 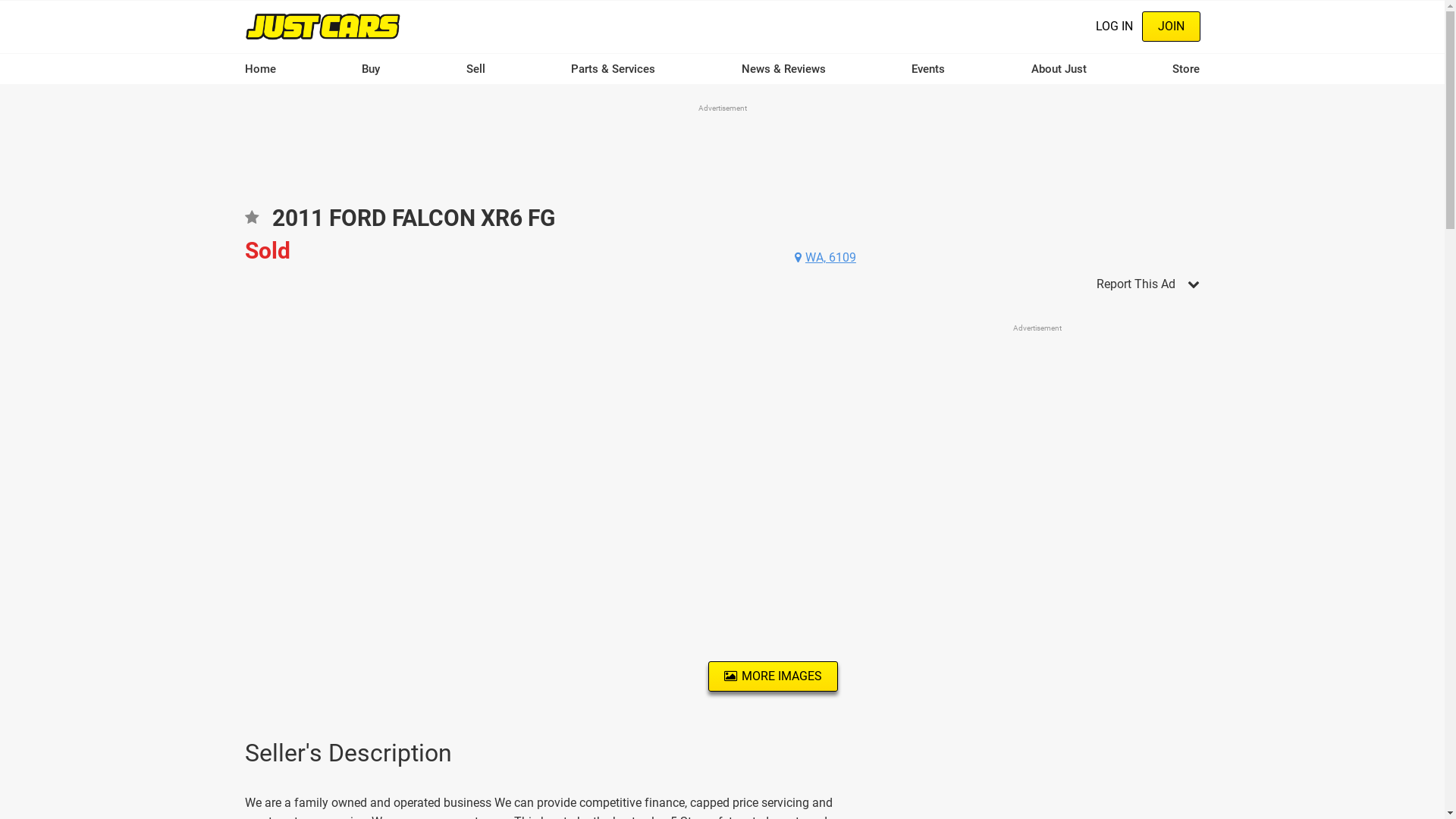 What do you see at coordinates (251, 222) in the screenshot?
I see `'Add to favourites'` at bounding box center [251, 222].